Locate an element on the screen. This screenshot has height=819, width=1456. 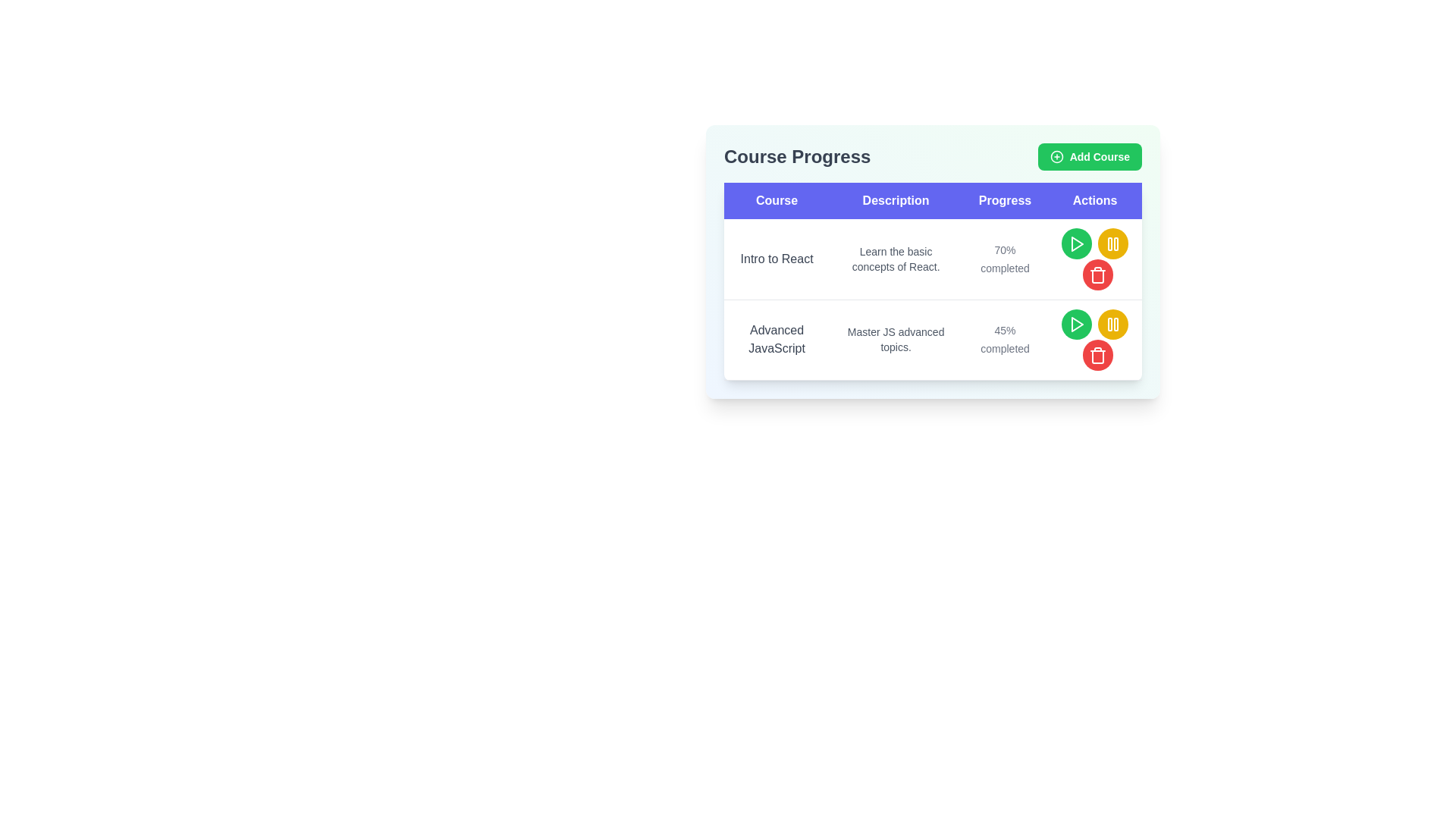
the header label is located at coordinates (777, 200).